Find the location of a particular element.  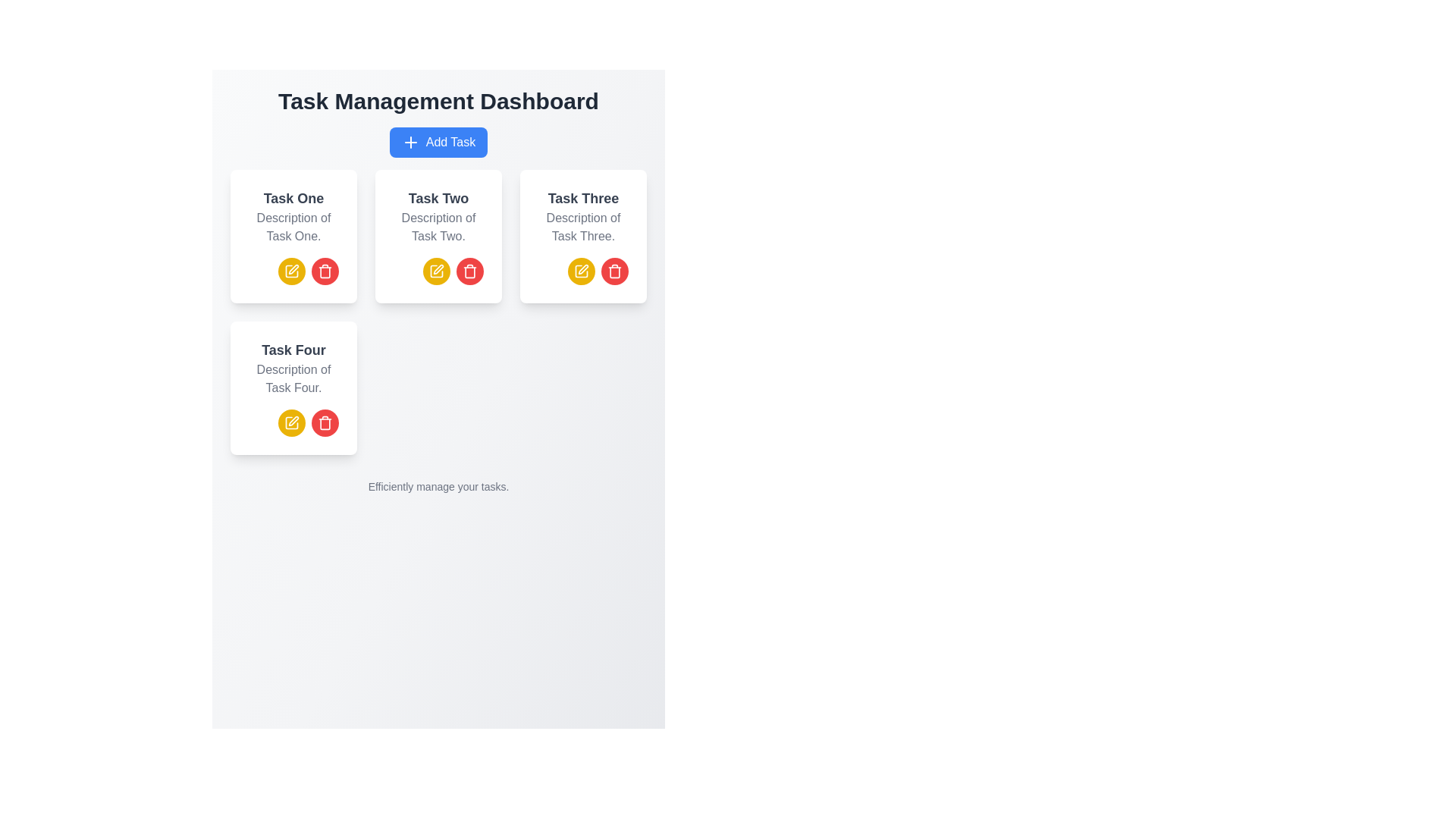

the delete button located at the bottom-right corner of the 'Task Two' card in the 'Task Management Dashboard' is located at coordinates (469, 271).